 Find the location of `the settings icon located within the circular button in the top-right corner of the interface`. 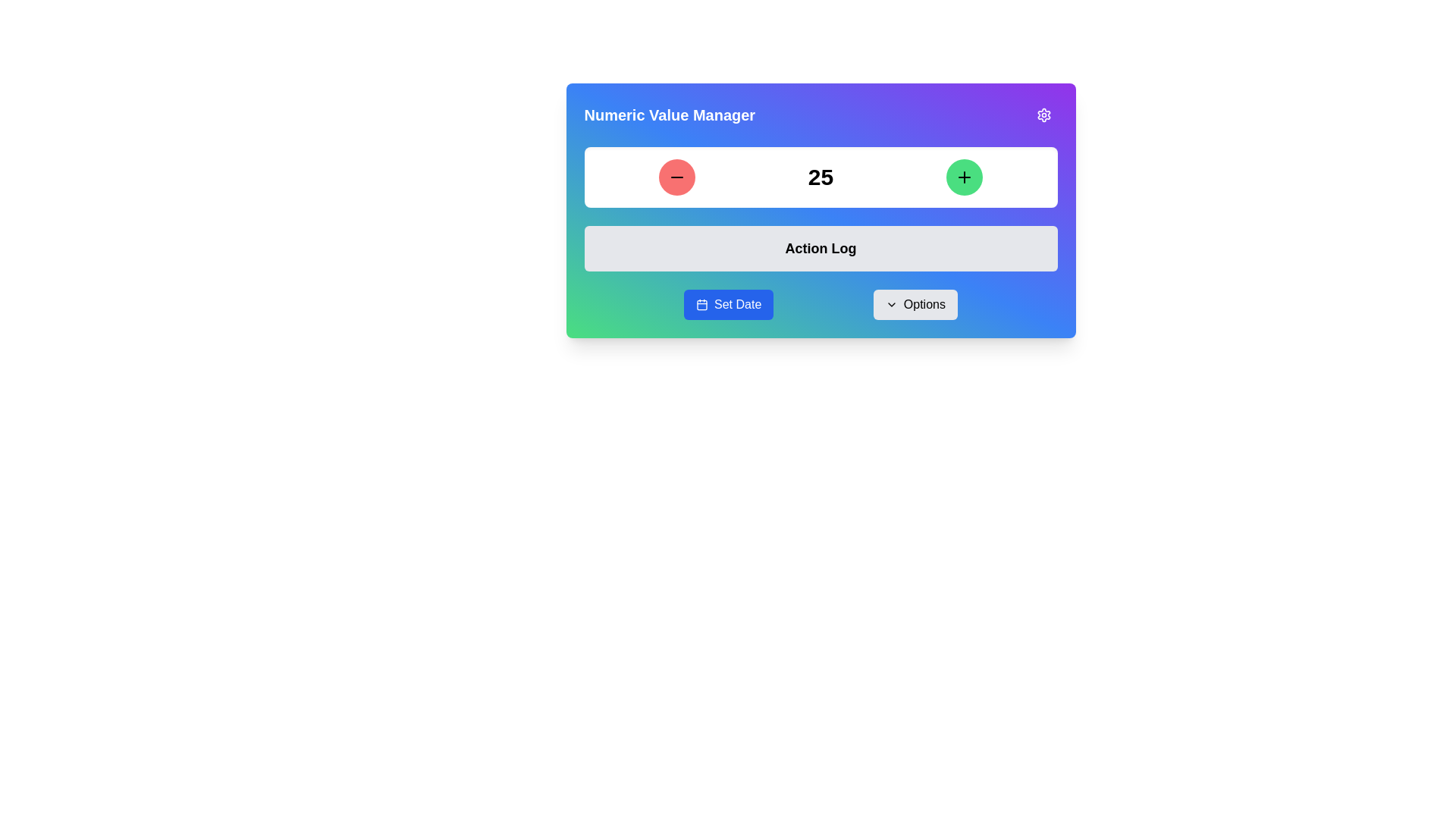

the settings icon located within the circular button in the top-right corner of the interface is located at coordinates (1043, 114).